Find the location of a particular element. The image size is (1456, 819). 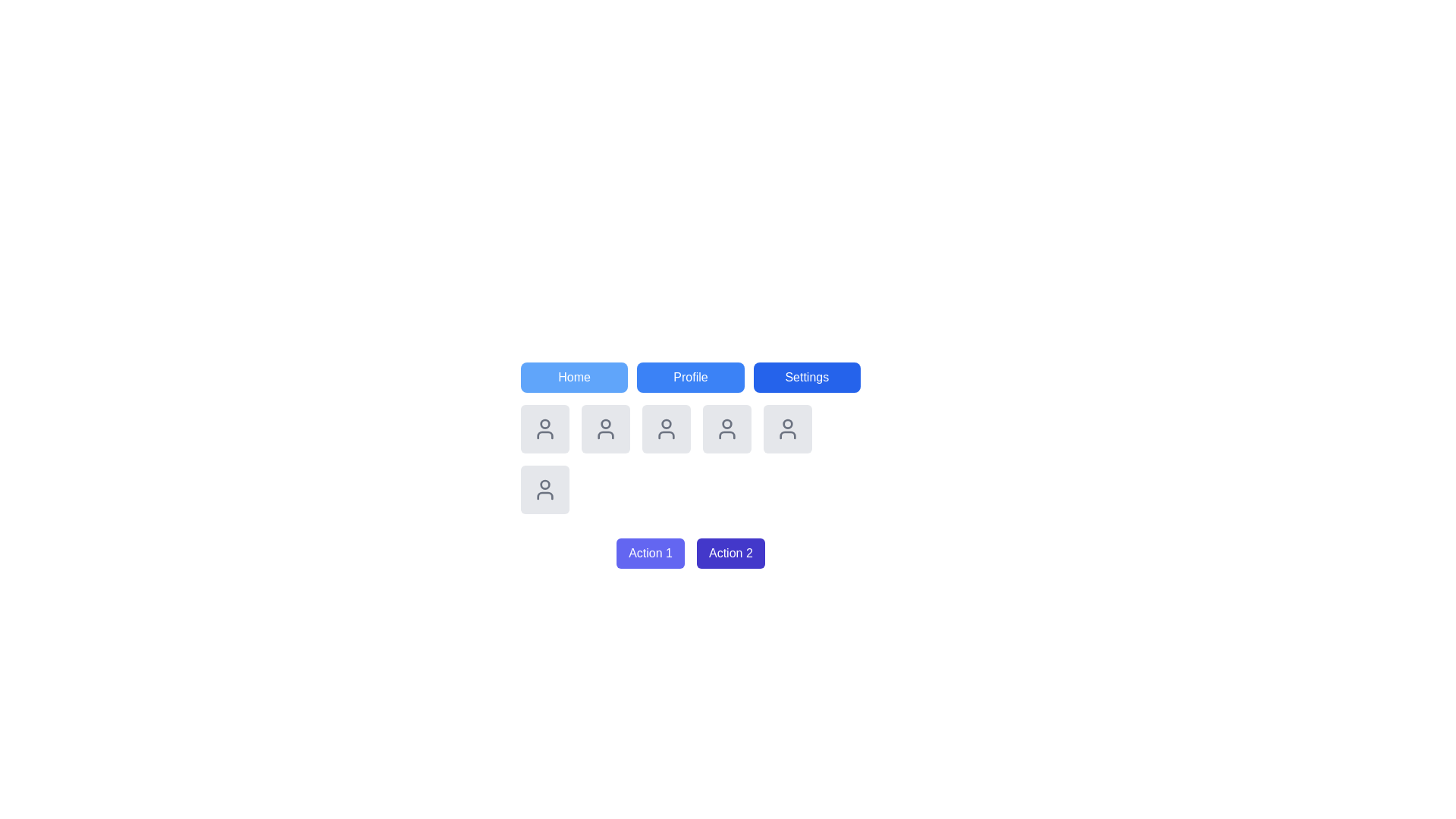

the non-interactive user or profile icon button located in the first row of the grid, fifth from the left is located at coordinates (726, 429).